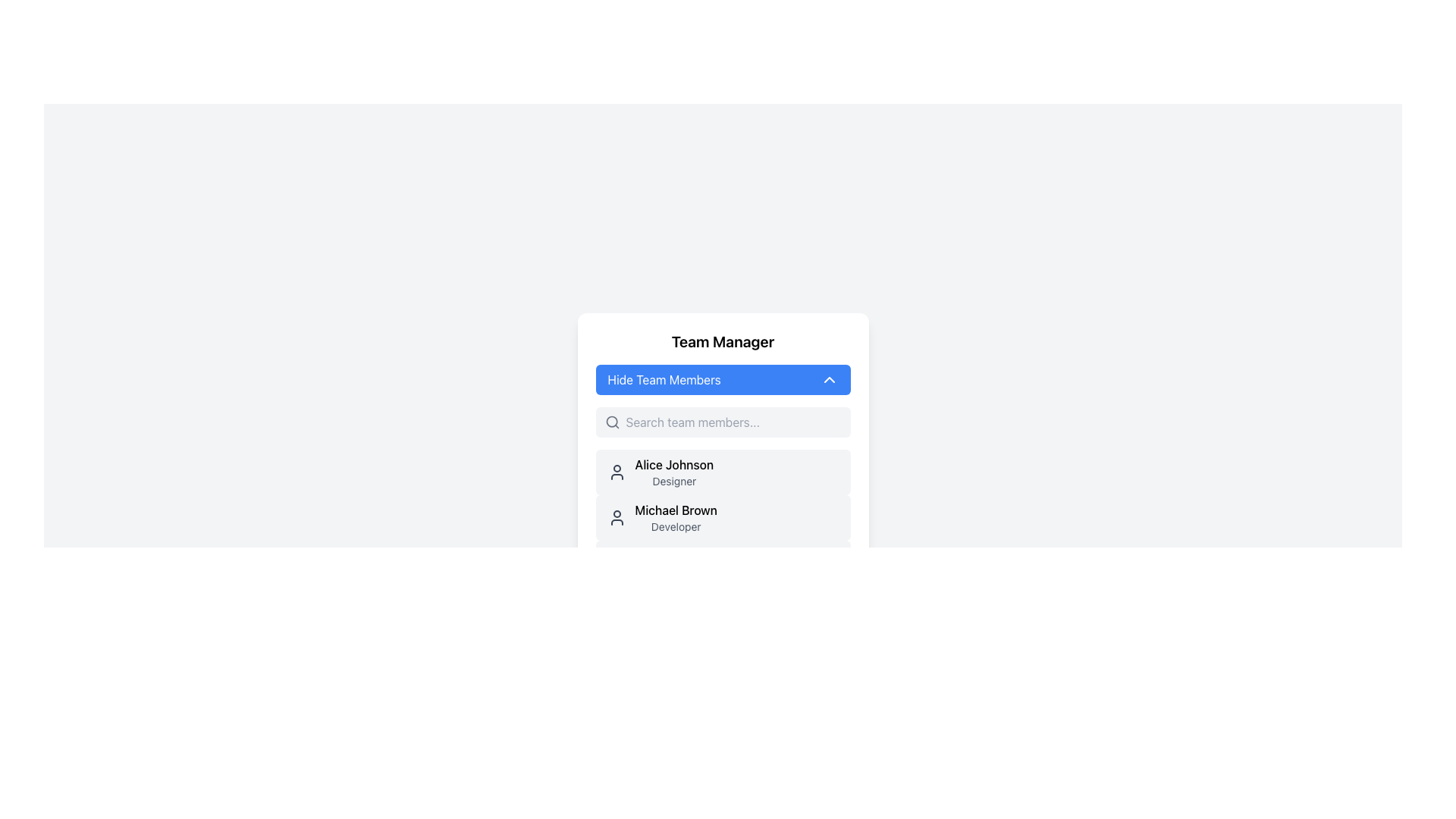 Image resolution: width=1456 pixels, height=819 pixels. I want to click on the 'Hide Team Members' button, which is a rectangular button with rounded corners in vibrant blue color, so click(722, 379).